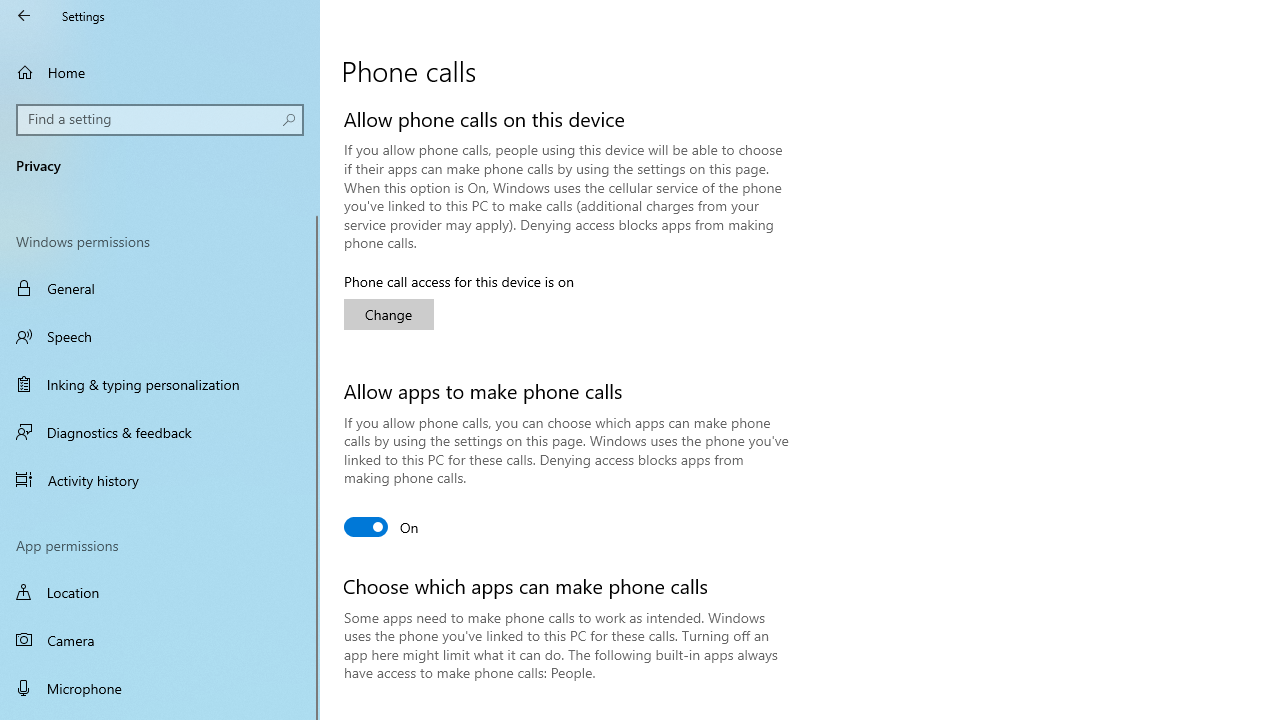 This screenshot has width=1280, height=720. Describe the element at coordinates (160, 384) in the screenshot. I see `'Inking & typing personalization'` at that location.